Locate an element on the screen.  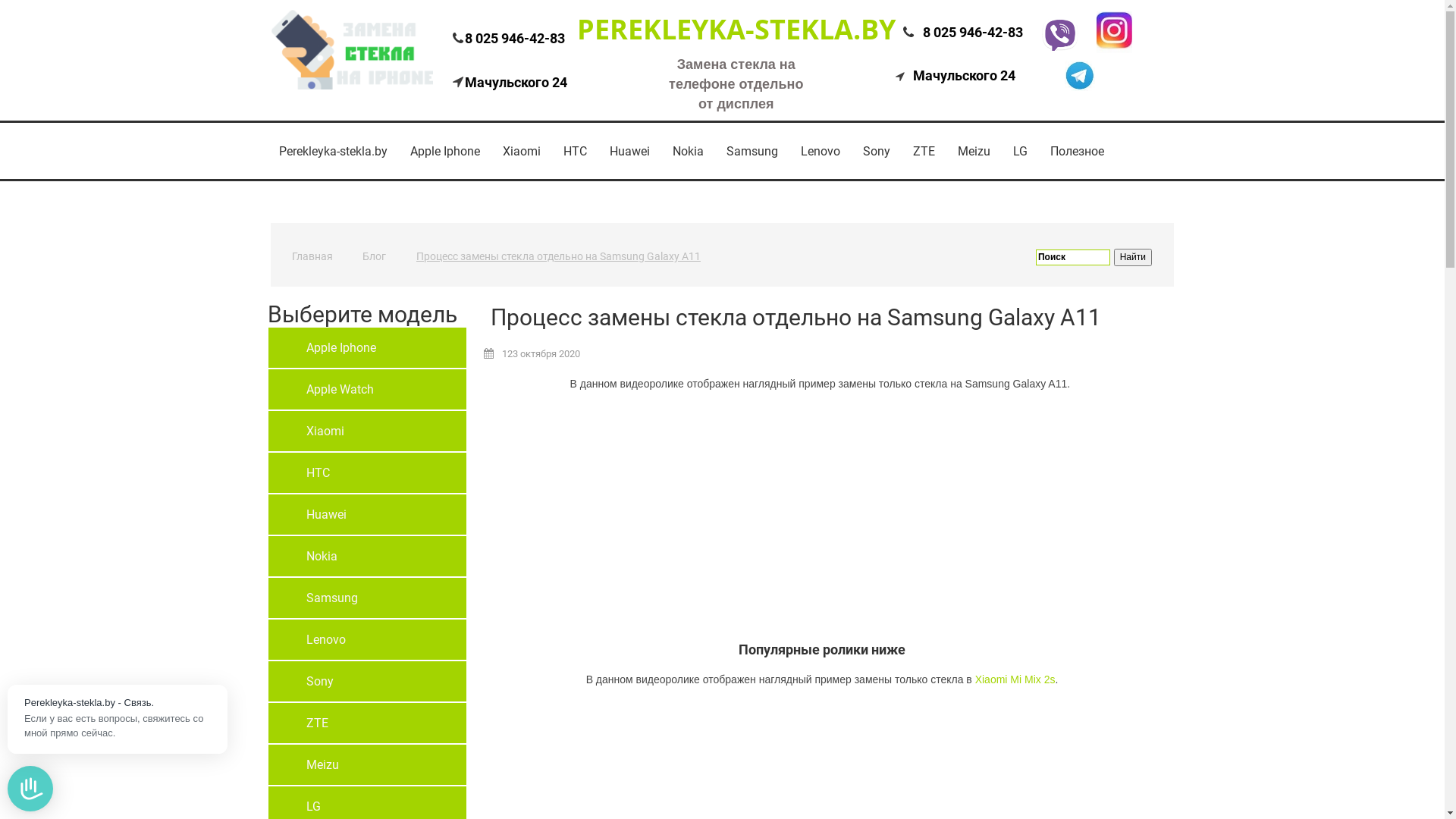
'ZTE' is located at coordinates (922, 152).